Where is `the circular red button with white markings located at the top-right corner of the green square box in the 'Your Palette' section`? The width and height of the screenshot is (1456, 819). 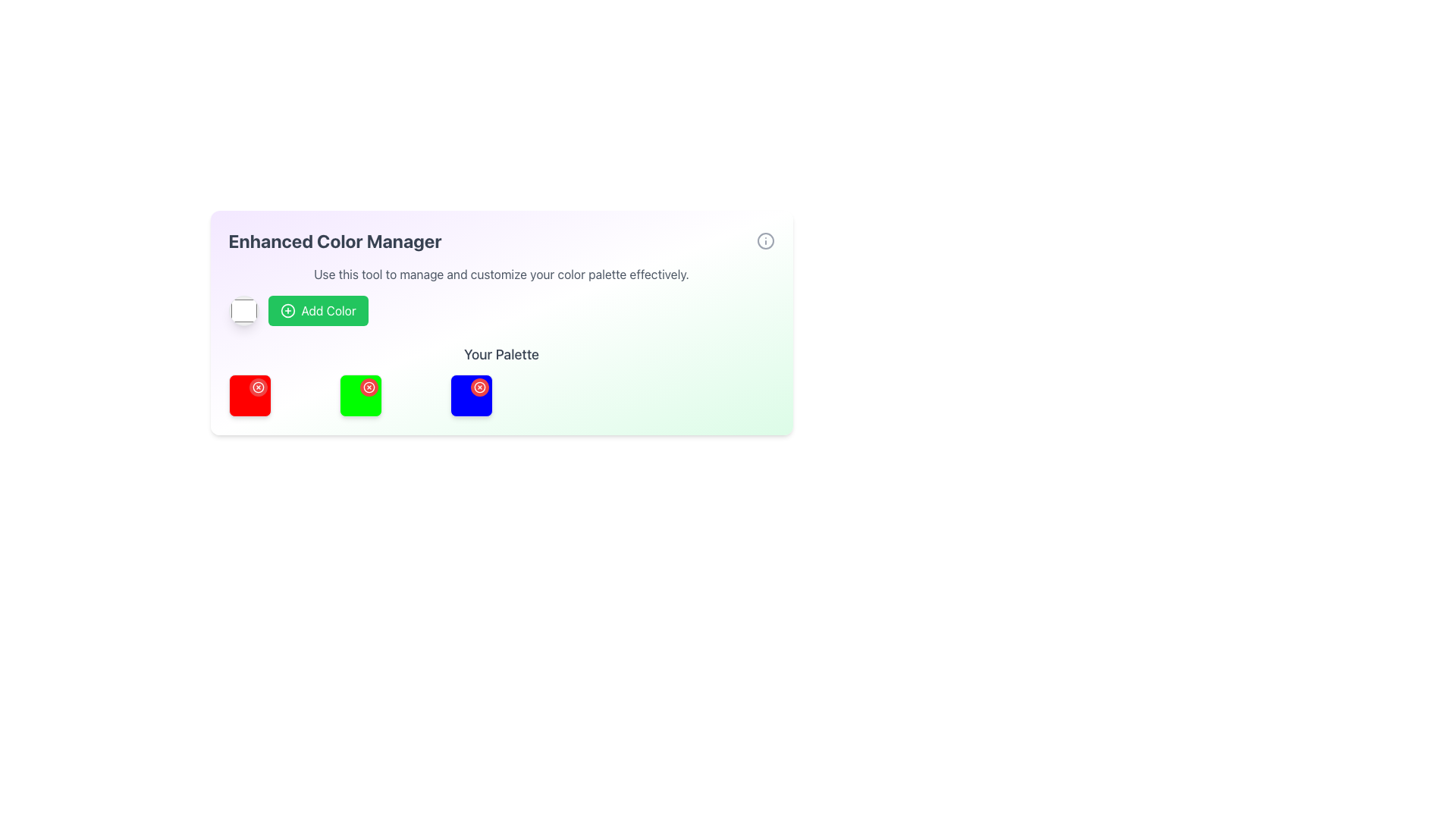
the circular red button with white markings located at the top-right corner of the green square box in the 'Your Palette' section is located at coordinates (369, 386).